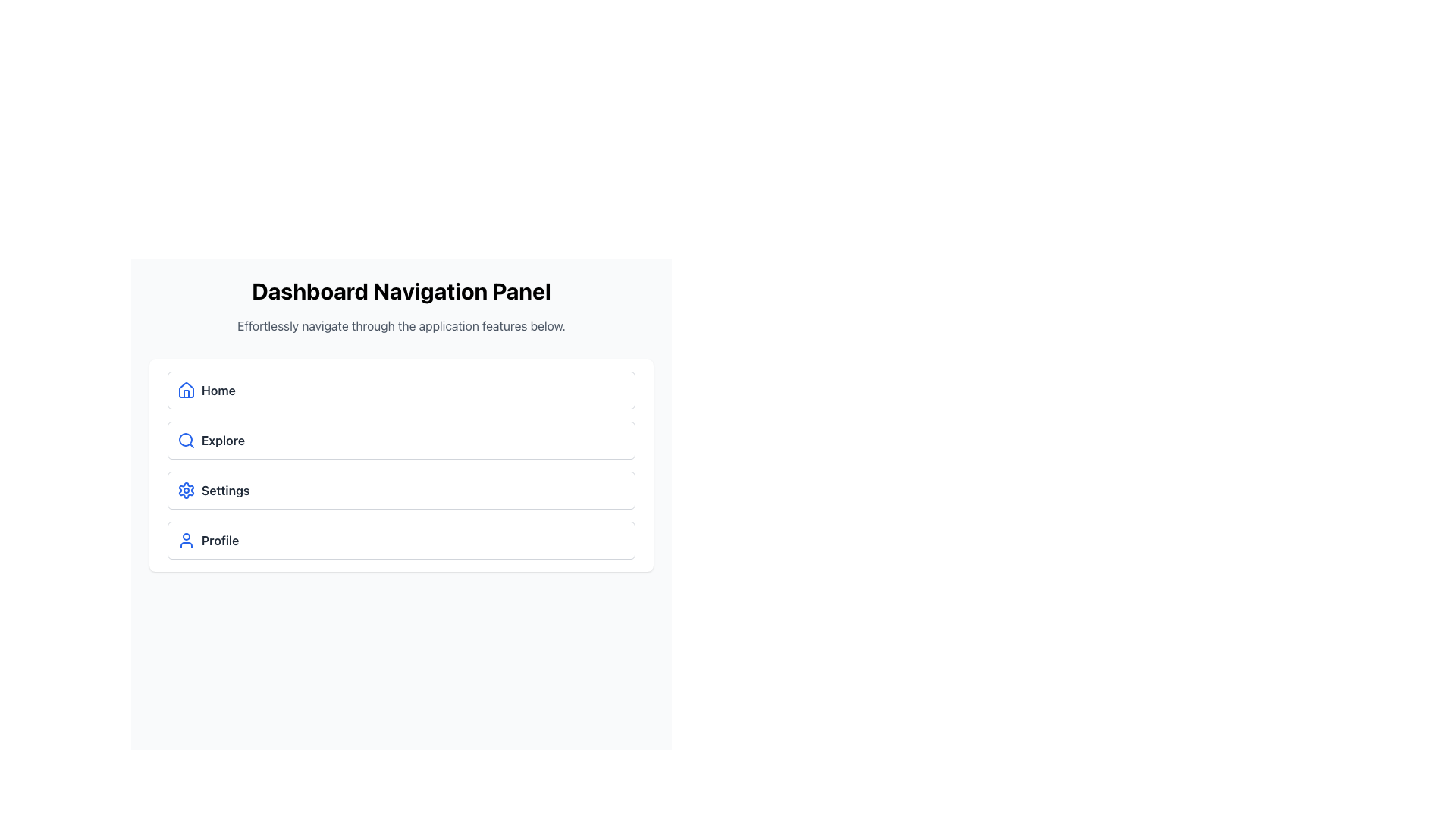 The image size is (1456, 819). I want to click on the decorative 'Home' icon that visually represents the associated button functionality, located at the far left of the 'Home' link, so click(185, 390).